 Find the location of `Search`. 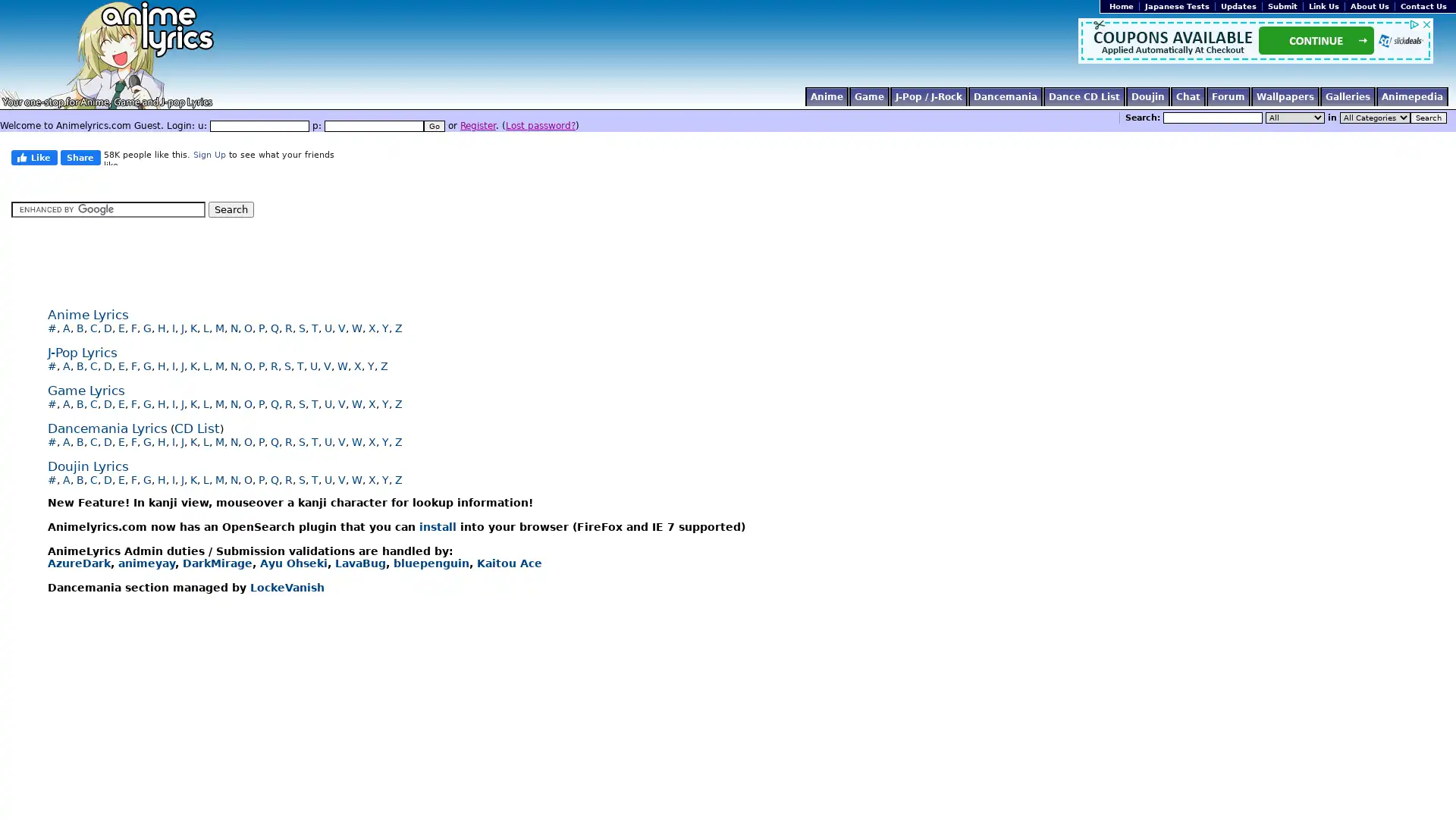

Search is located at coordinates (1427, 117).